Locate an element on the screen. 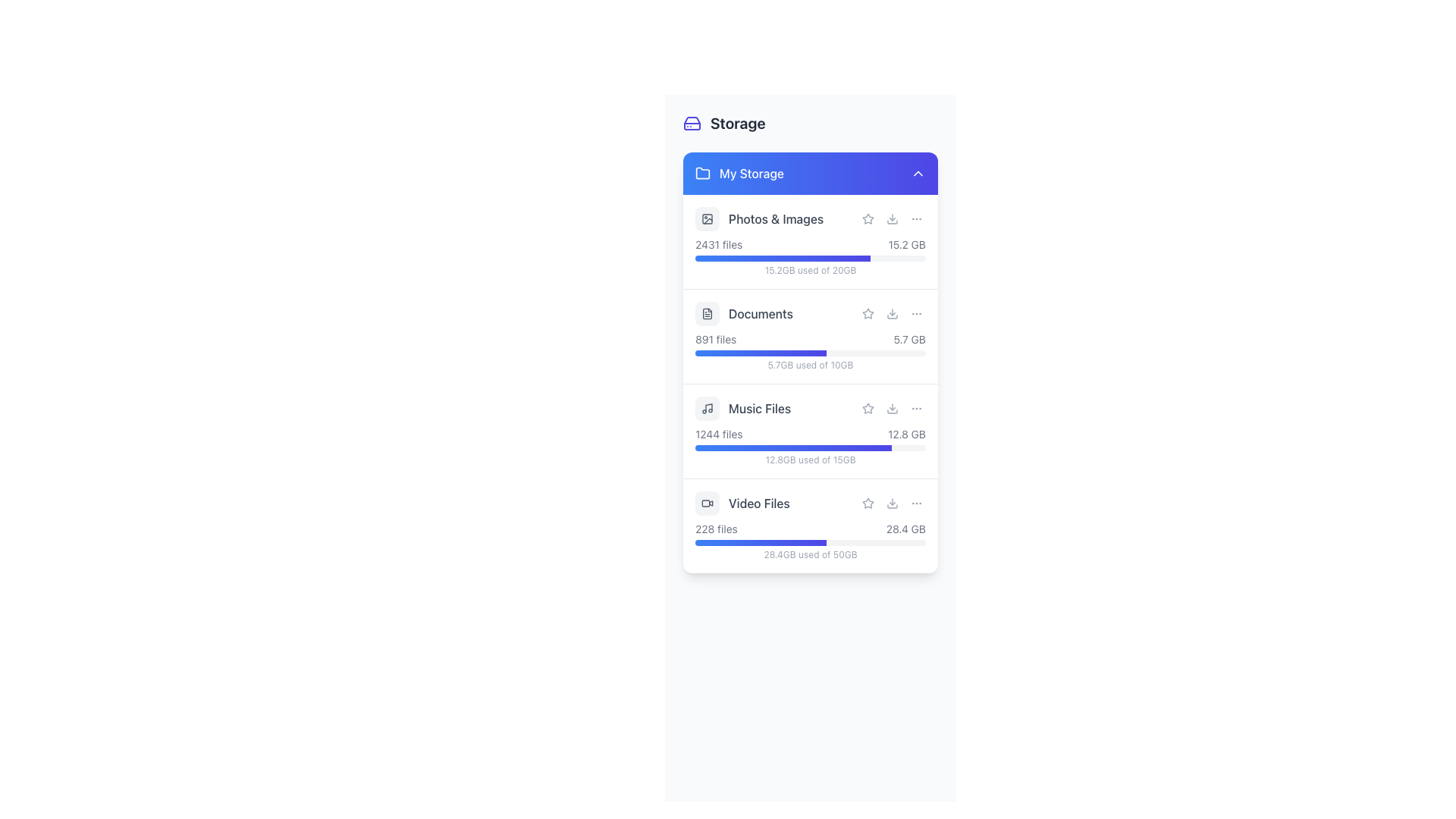 This screenshot has height=819, width=1456. the interactive star icon button located in the 'Music Files' entry to observe its visual hover effect is located at coordinates (868, 408).